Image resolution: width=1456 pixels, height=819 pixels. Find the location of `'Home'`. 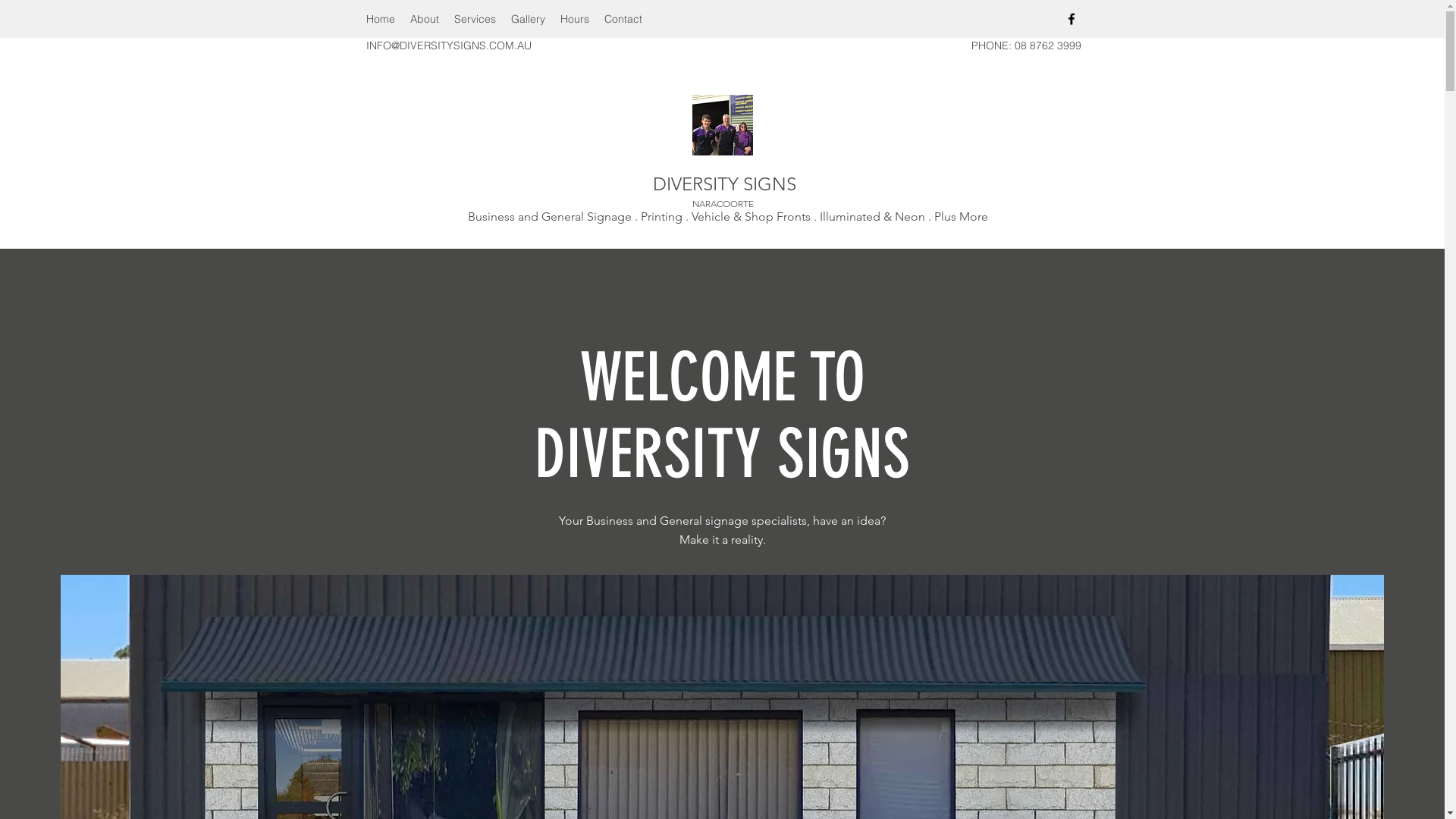

'Home' is located at coordinates (356, 18).